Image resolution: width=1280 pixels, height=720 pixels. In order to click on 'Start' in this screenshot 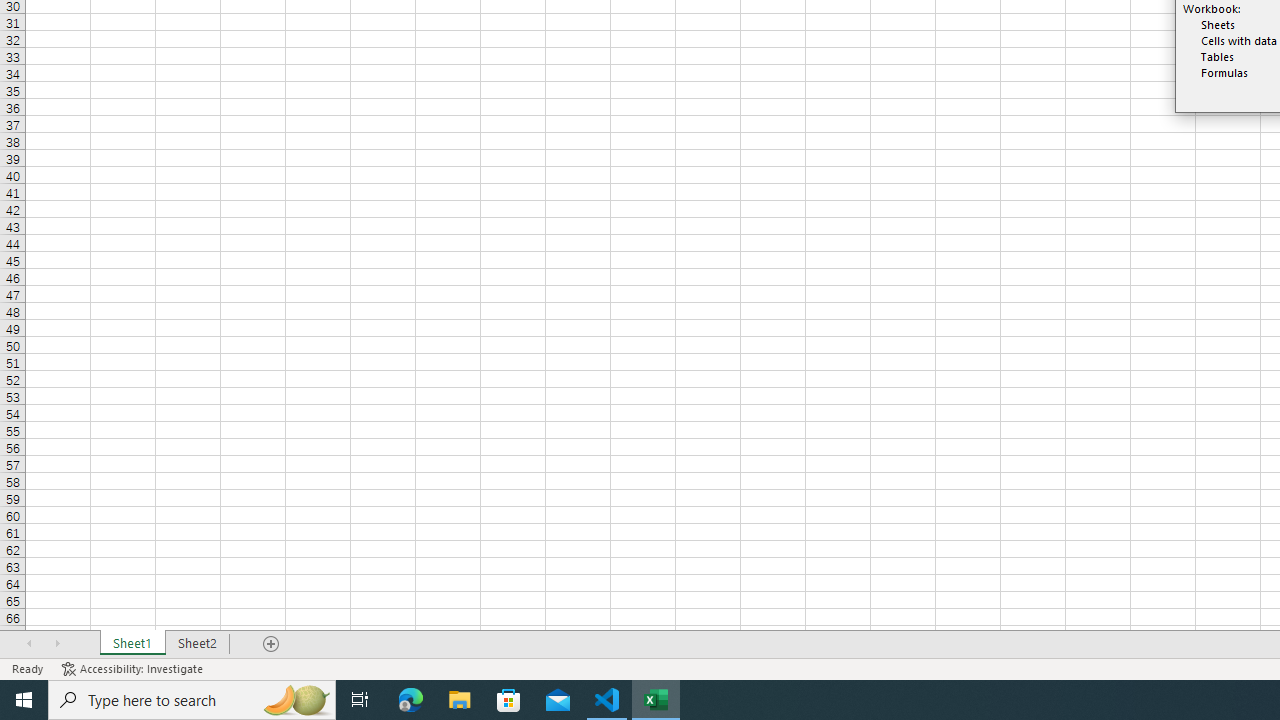, I will do `click(24, 698)`.